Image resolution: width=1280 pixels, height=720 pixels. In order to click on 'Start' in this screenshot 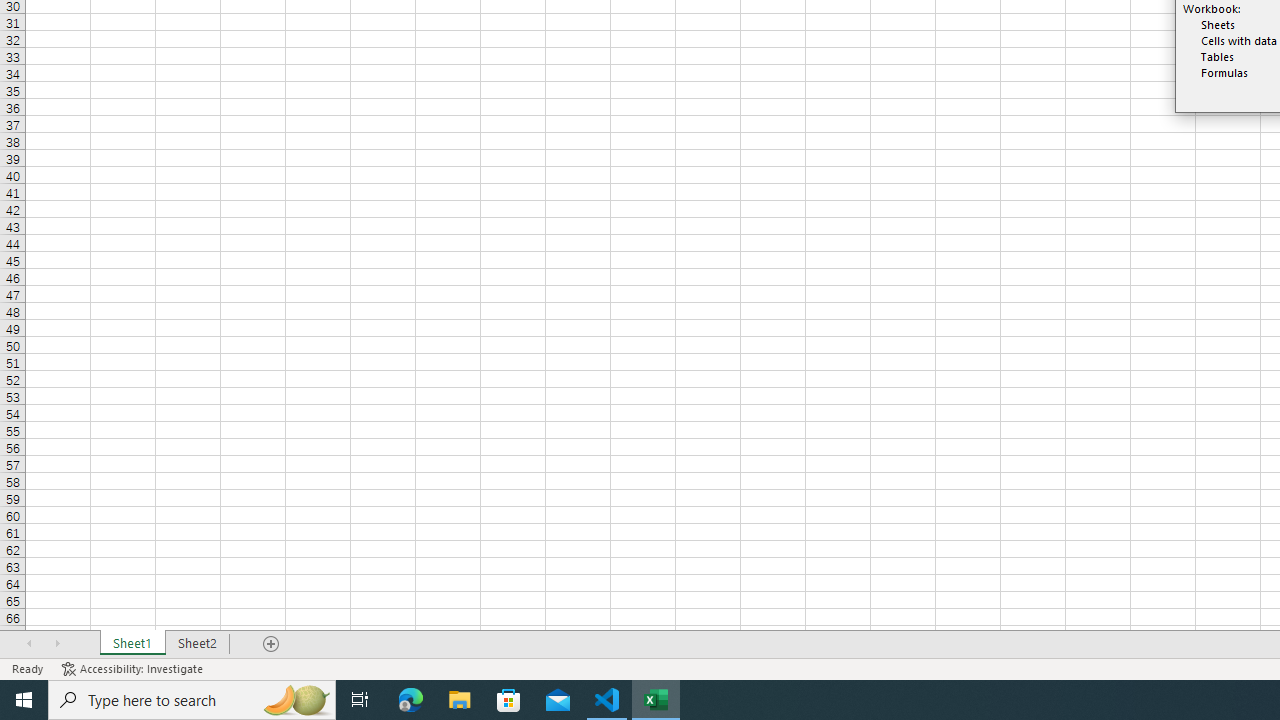, I will do `click(24, 698)`.